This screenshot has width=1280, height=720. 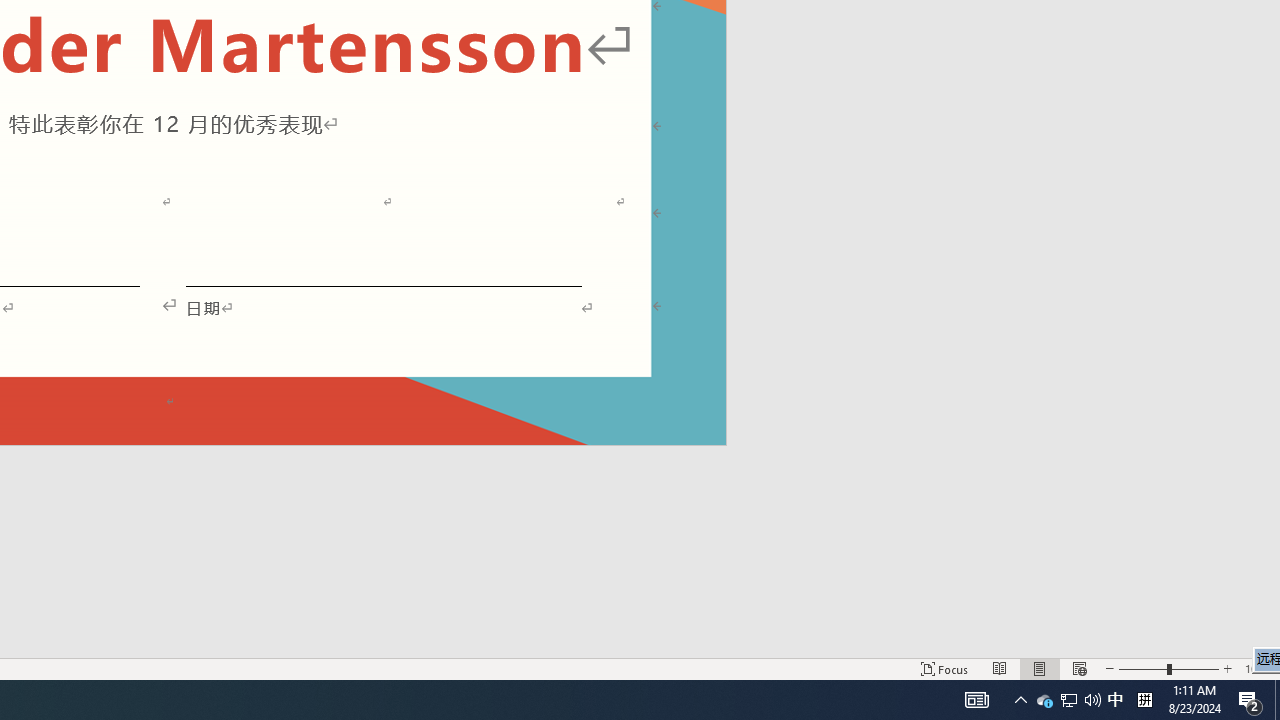 What do you see at coordinates (1000, 669) in the screenshot?
I see `'Read Mode'` at bounding box center [1000, 669].